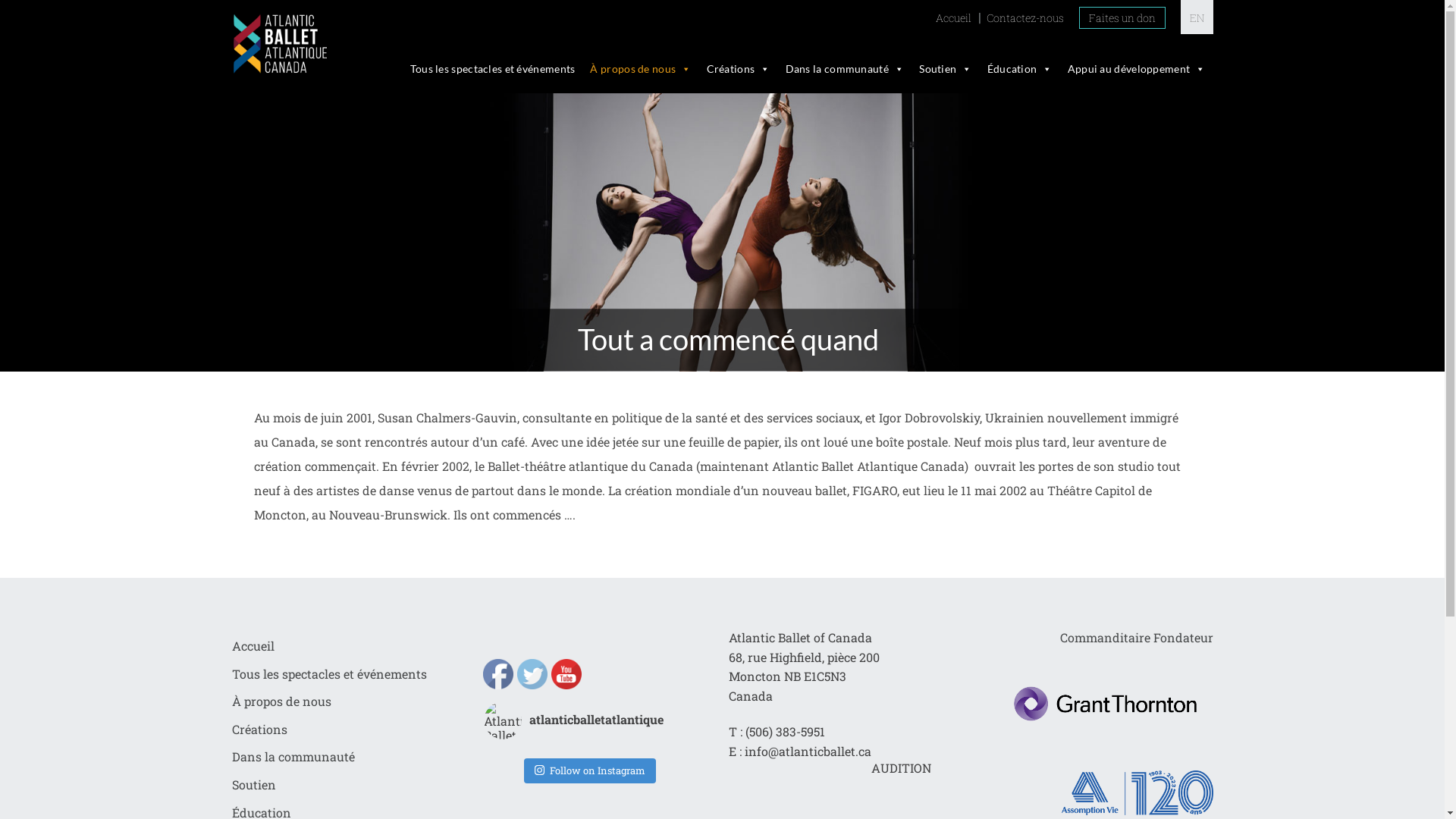 Image resolution: width=1456 pixels, height=819 pixels. Describe the element at coordinates (1195, 17) in the screenshot. I see `'EN'` at that location.